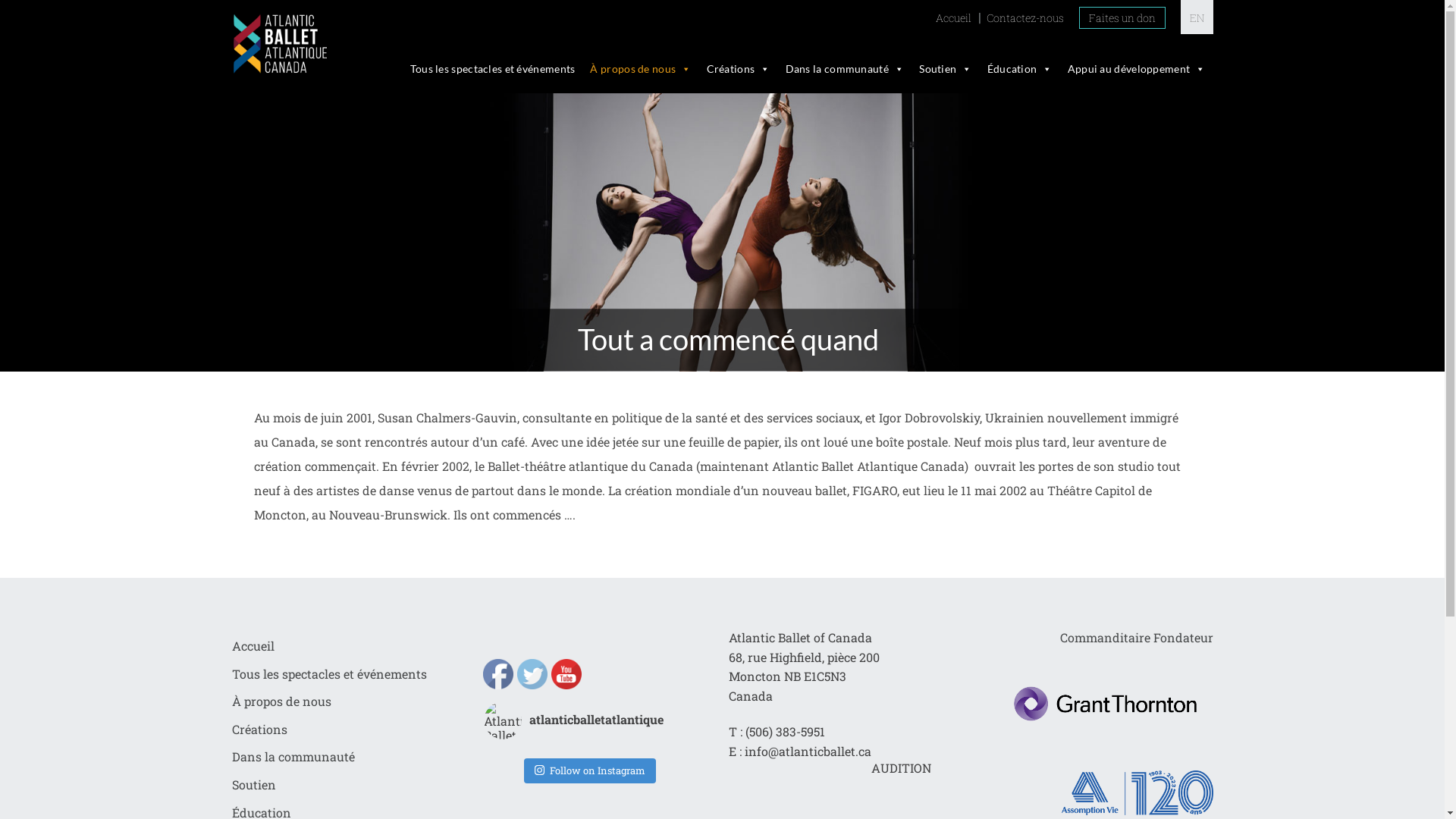 Image resolution: width=1456 pixels, height=819 pixels. Describe the element at coordinates (1195, 17) in the screenshot. I see `'EN'` at that location.